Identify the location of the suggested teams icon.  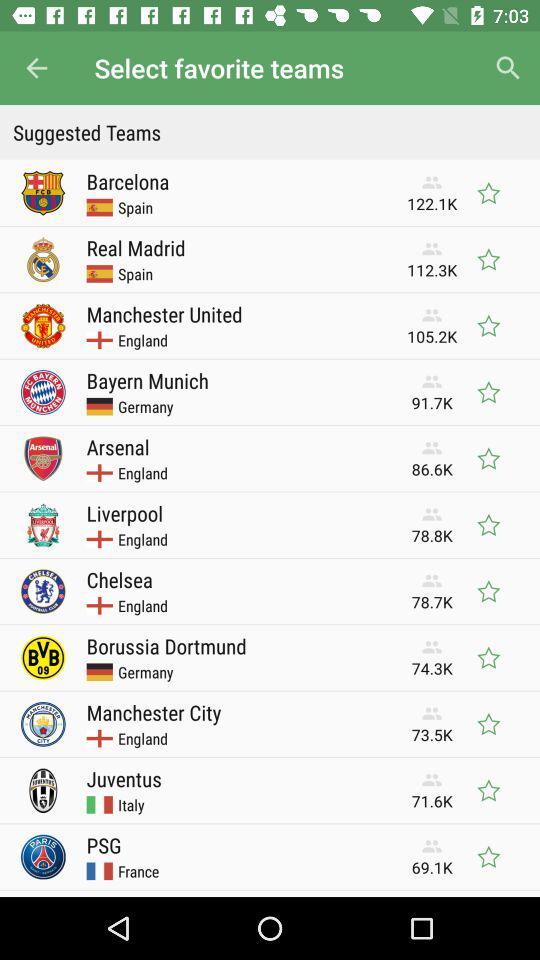
(270, 131).